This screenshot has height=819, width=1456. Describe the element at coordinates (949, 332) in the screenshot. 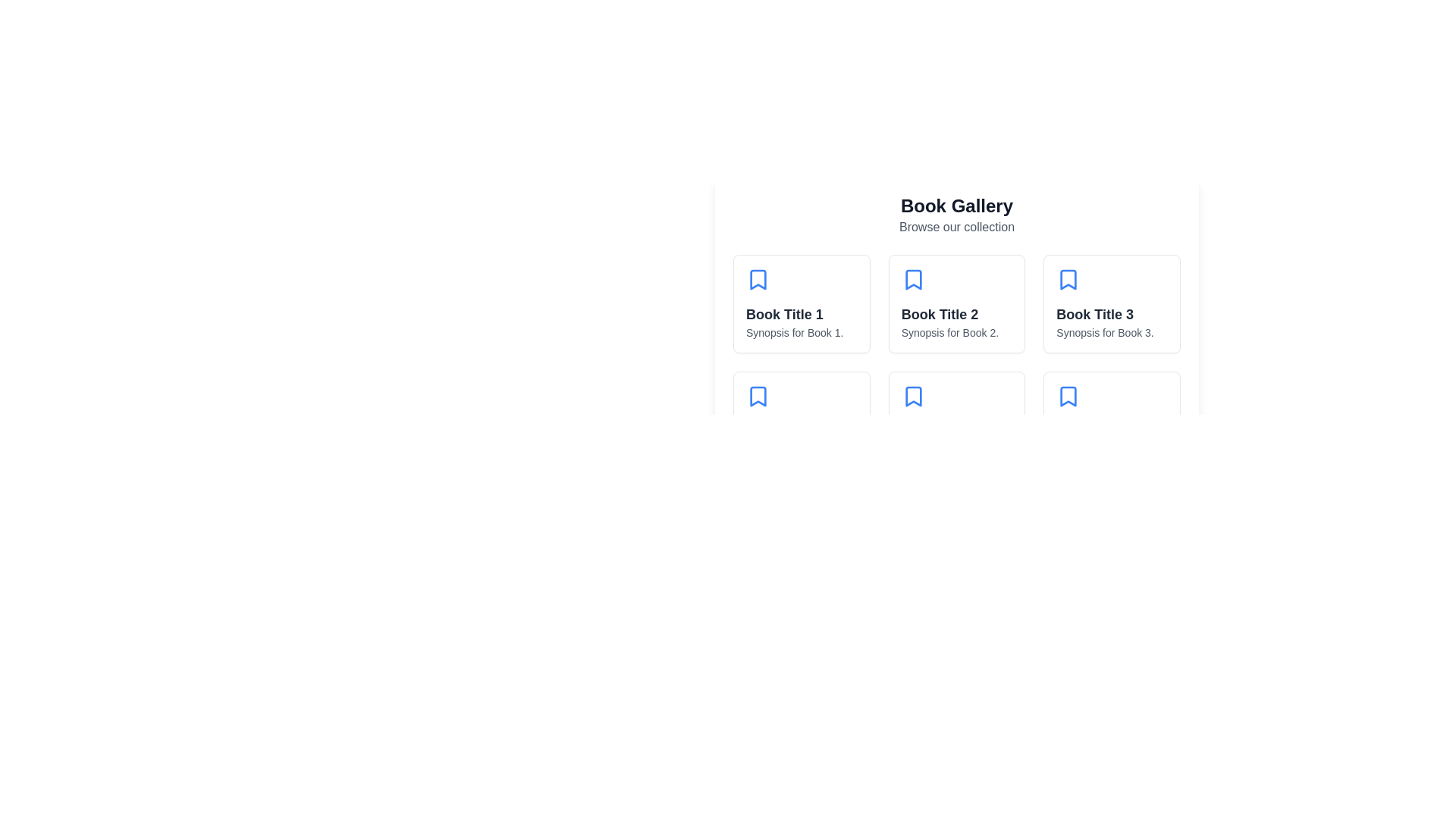

I see `the text label element that reads 'Synopsis for Book 2', which is located under the title 'Book Title 2' in the second column of the first row of the book cards` at that location.